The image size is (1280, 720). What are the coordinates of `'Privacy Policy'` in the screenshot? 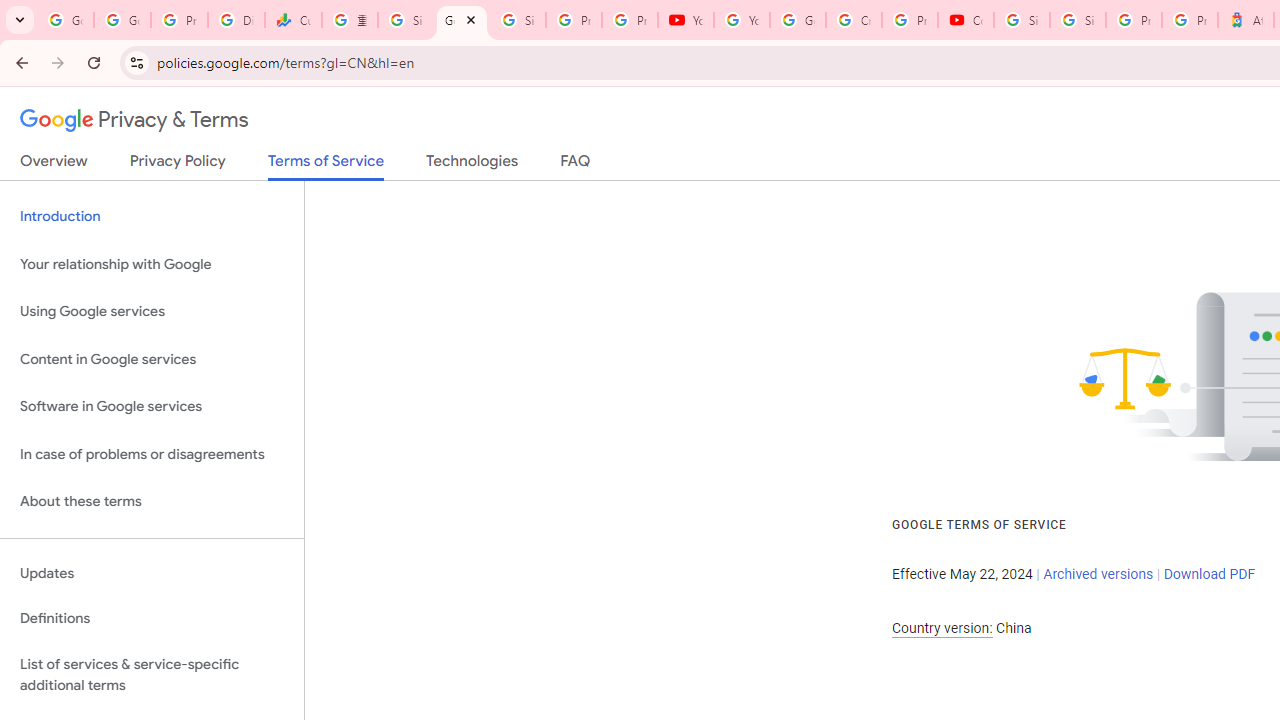 It's located at (177, 164).